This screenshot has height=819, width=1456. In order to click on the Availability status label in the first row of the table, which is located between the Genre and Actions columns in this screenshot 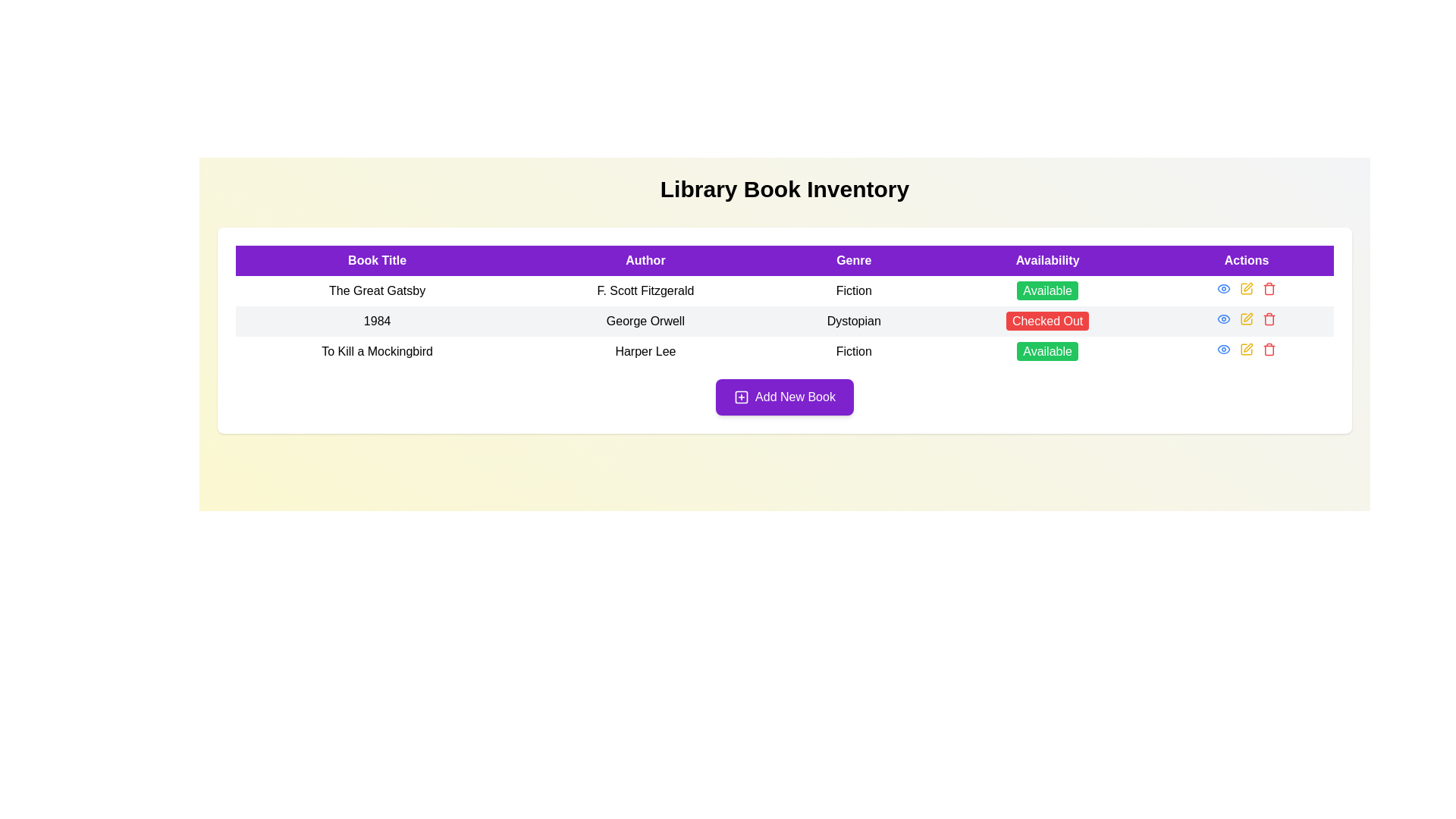, I will do `click(1046, 290)`.